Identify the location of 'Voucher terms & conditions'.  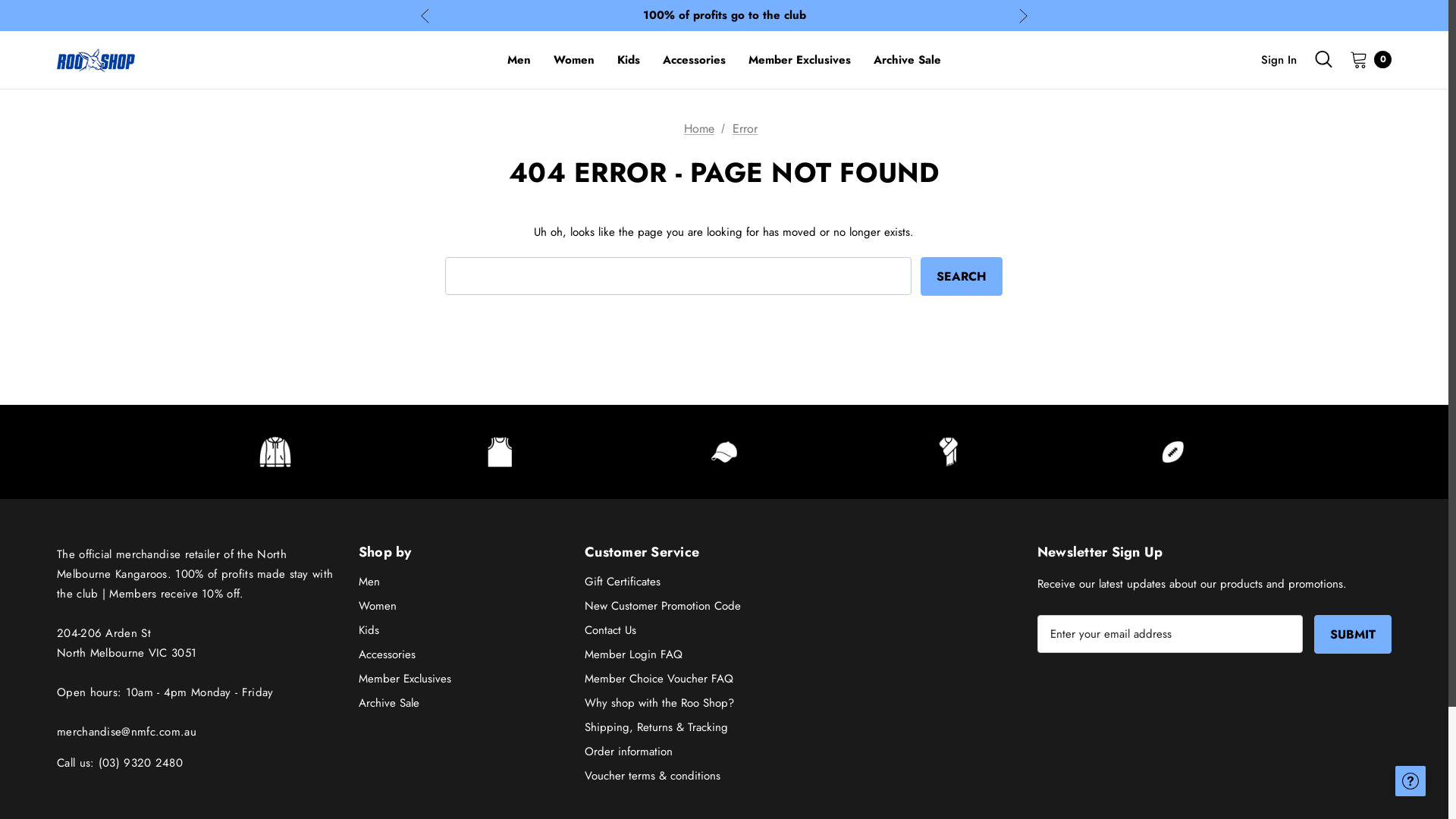
(584, 775).